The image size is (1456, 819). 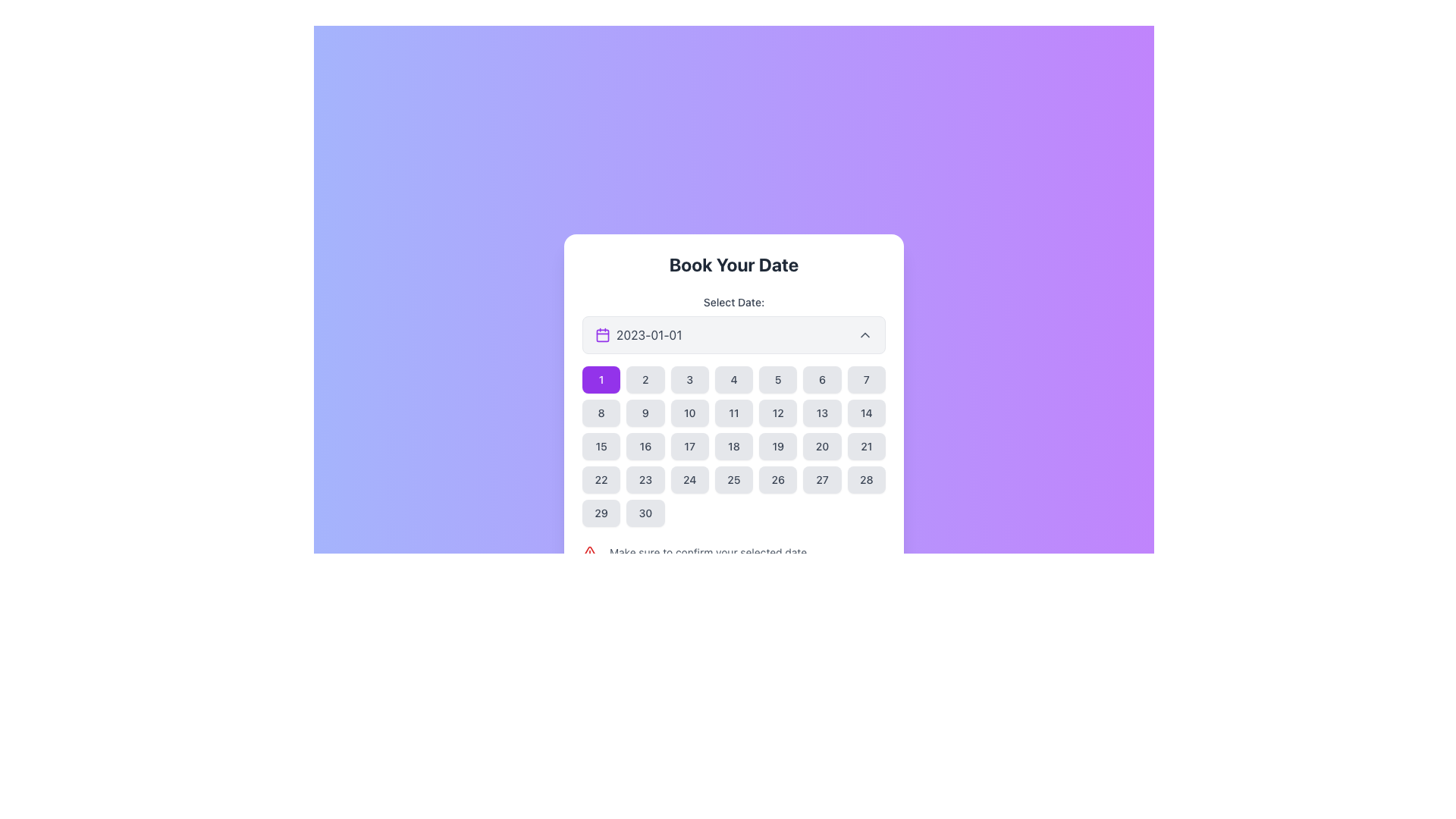 What do you see at coordinates (734, 446) in the screenshot?
I see `the button styled as a rounded rectangular badge with the number '18'` at bounding box center [734, 446].